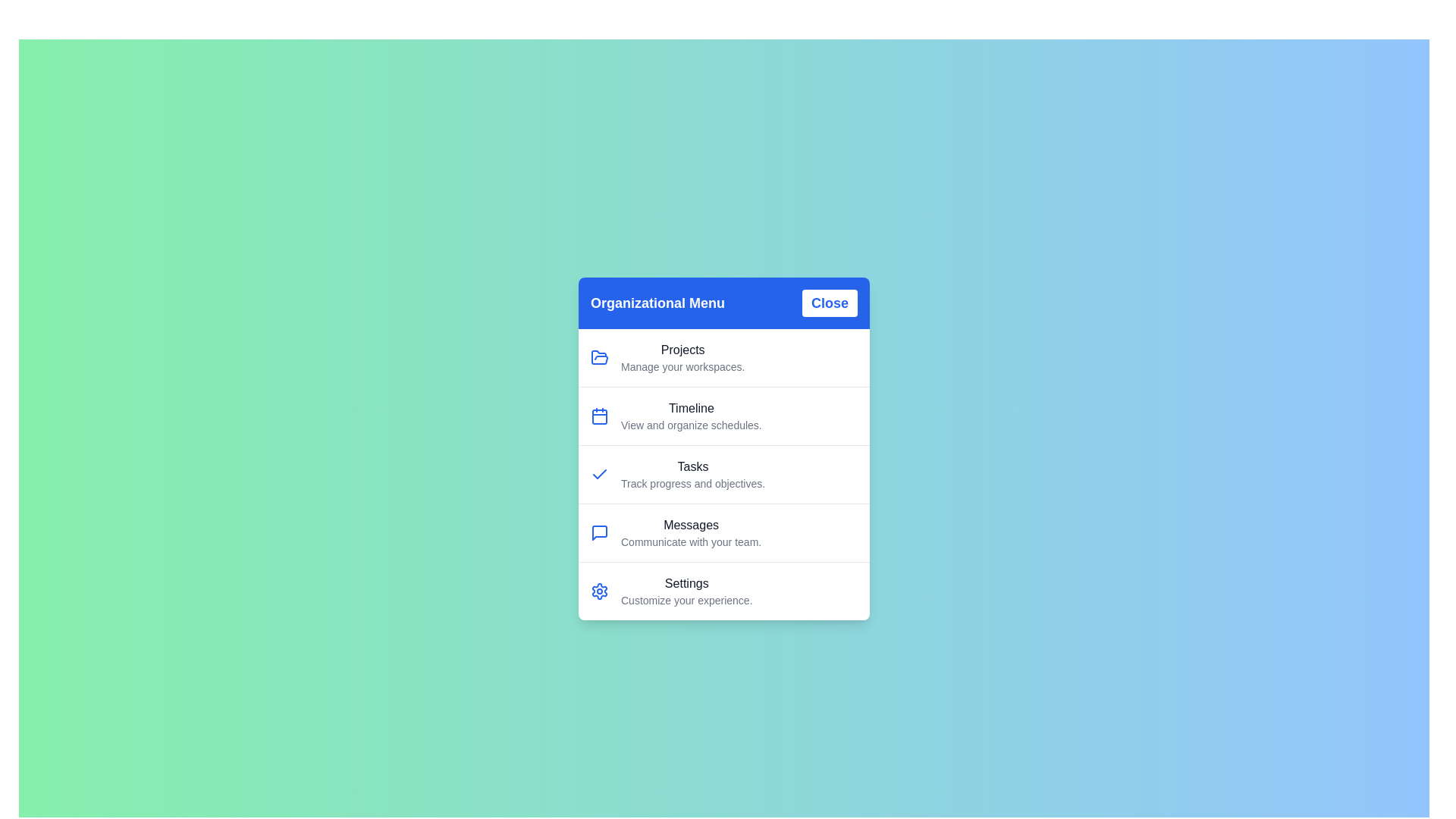  What do you see at coordinates (829, 303) in the screenshot?
I see `the 'Close' button to toggle the menu state` at bounding box center [829, 303].